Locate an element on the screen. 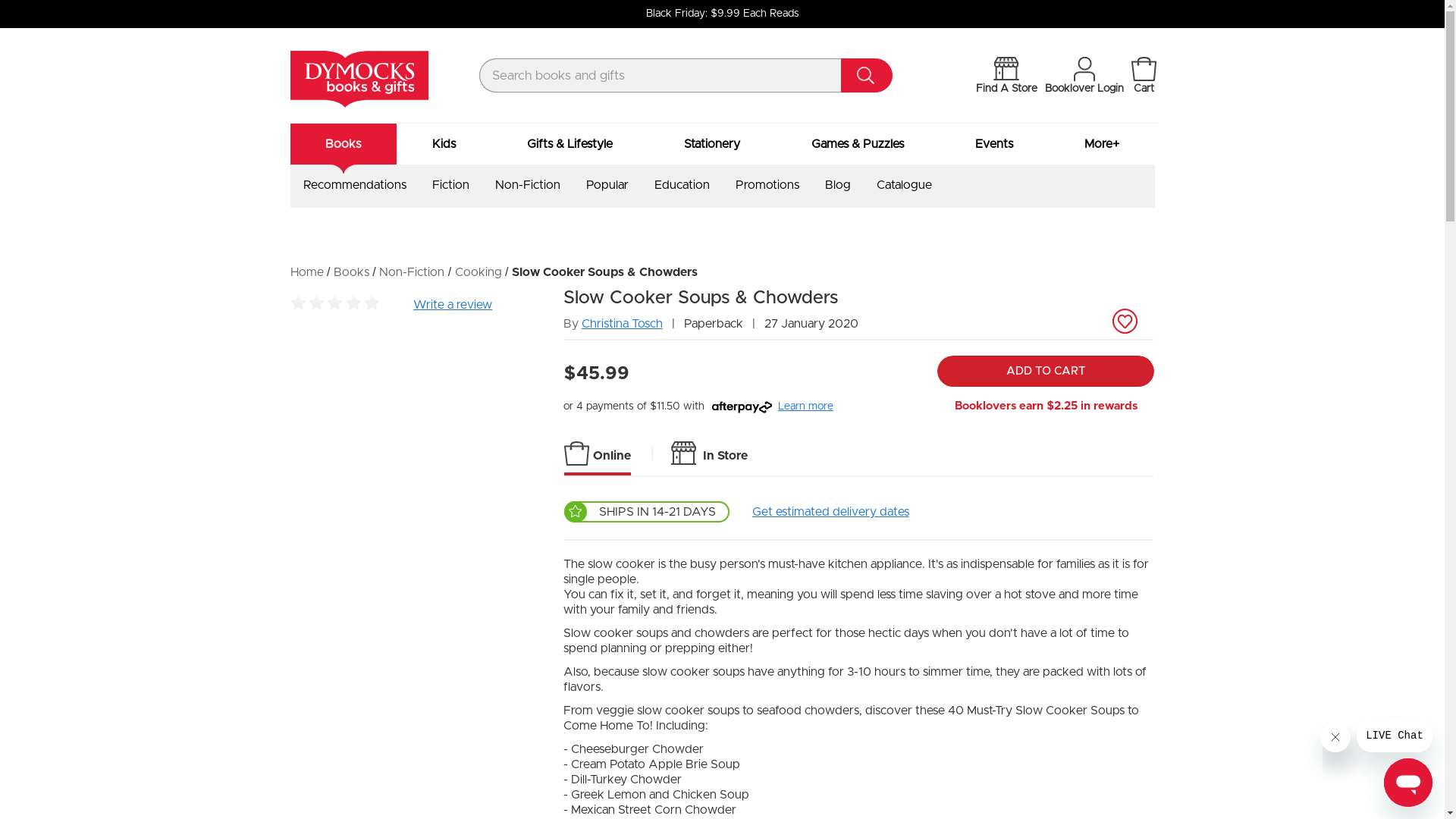 The width and height of the screenshot is (1456, 819). 'Catalogue' is located at coordinates (904, 184).